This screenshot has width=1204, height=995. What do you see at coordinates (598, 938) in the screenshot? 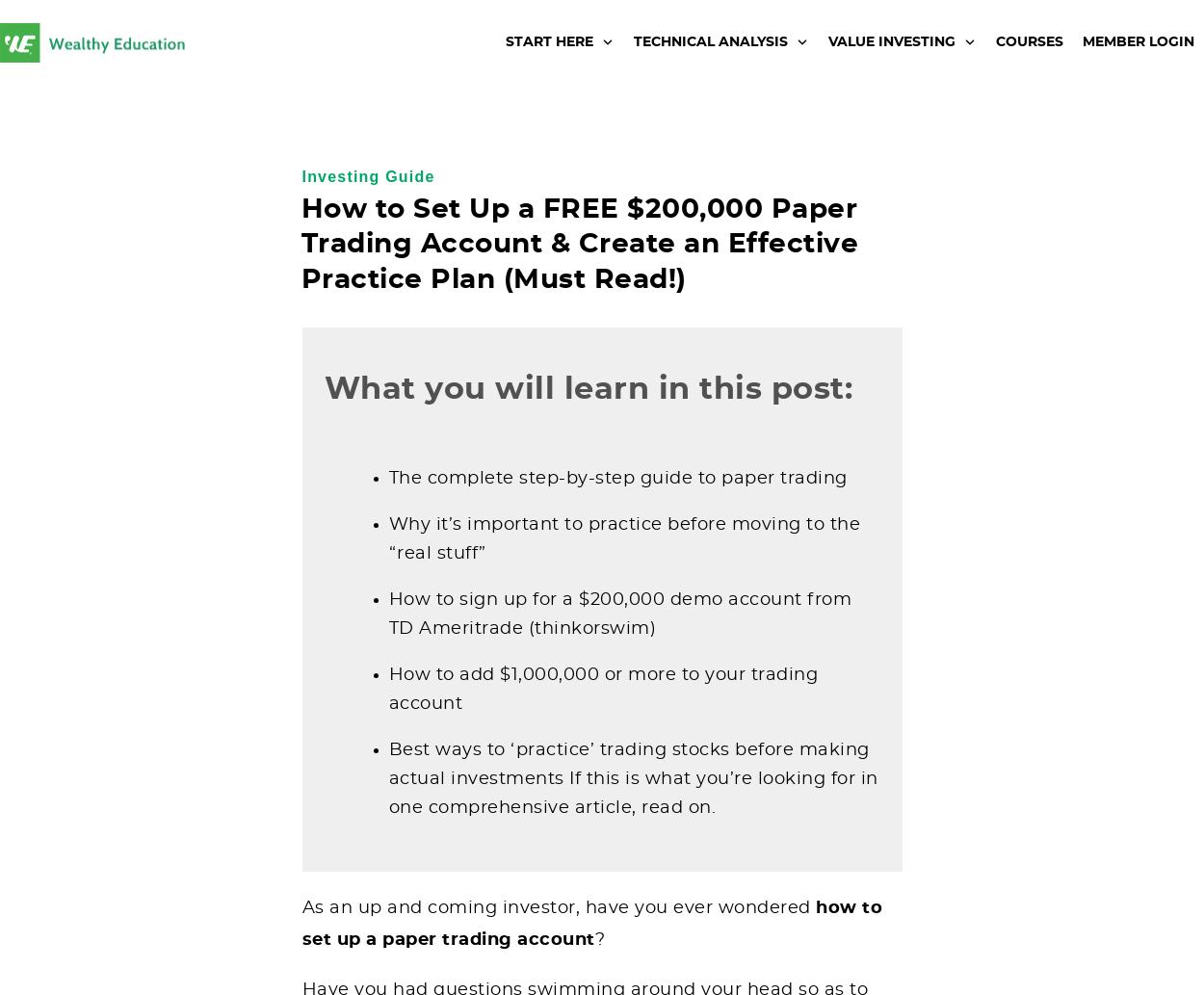
I see `'?'` at bounding box center [598, 938].